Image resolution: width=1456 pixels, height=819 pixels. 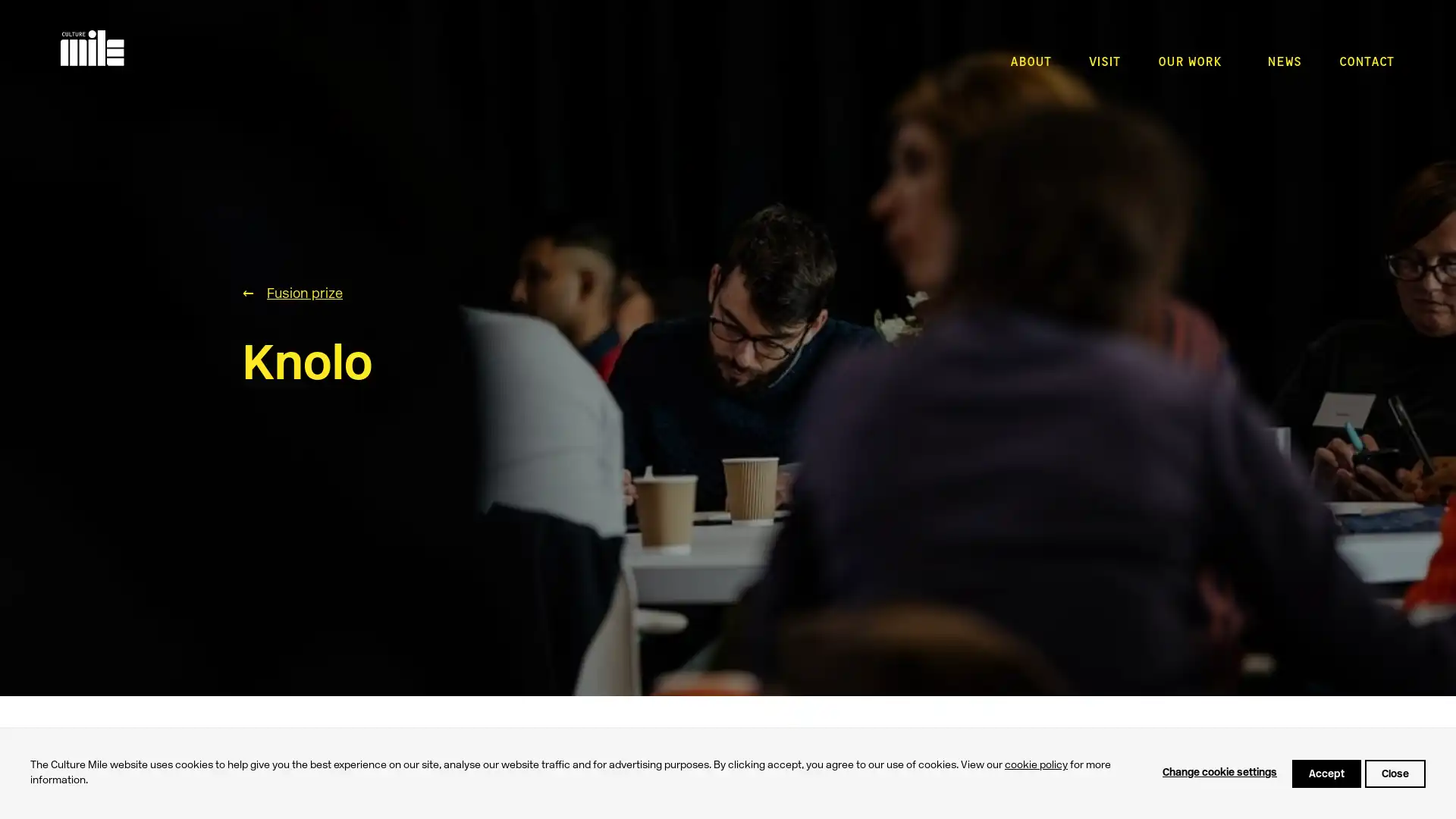 I want to click on Change cookie settings, so click(x=1219, y=773).